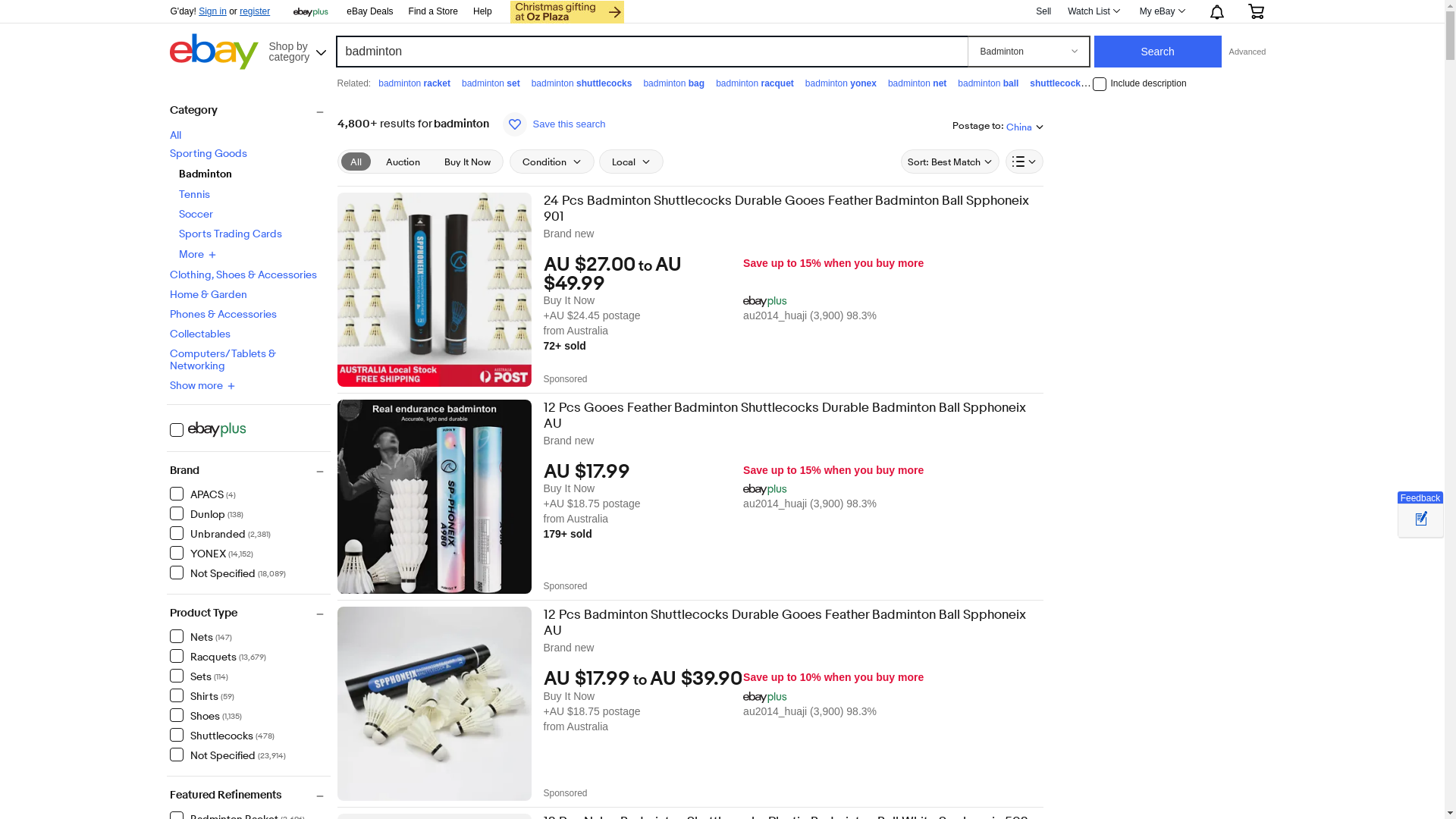  What do you see at coordinates (491, 83) in the screenshot?
I see `'badminton set'` at bounding box center [491, 83].